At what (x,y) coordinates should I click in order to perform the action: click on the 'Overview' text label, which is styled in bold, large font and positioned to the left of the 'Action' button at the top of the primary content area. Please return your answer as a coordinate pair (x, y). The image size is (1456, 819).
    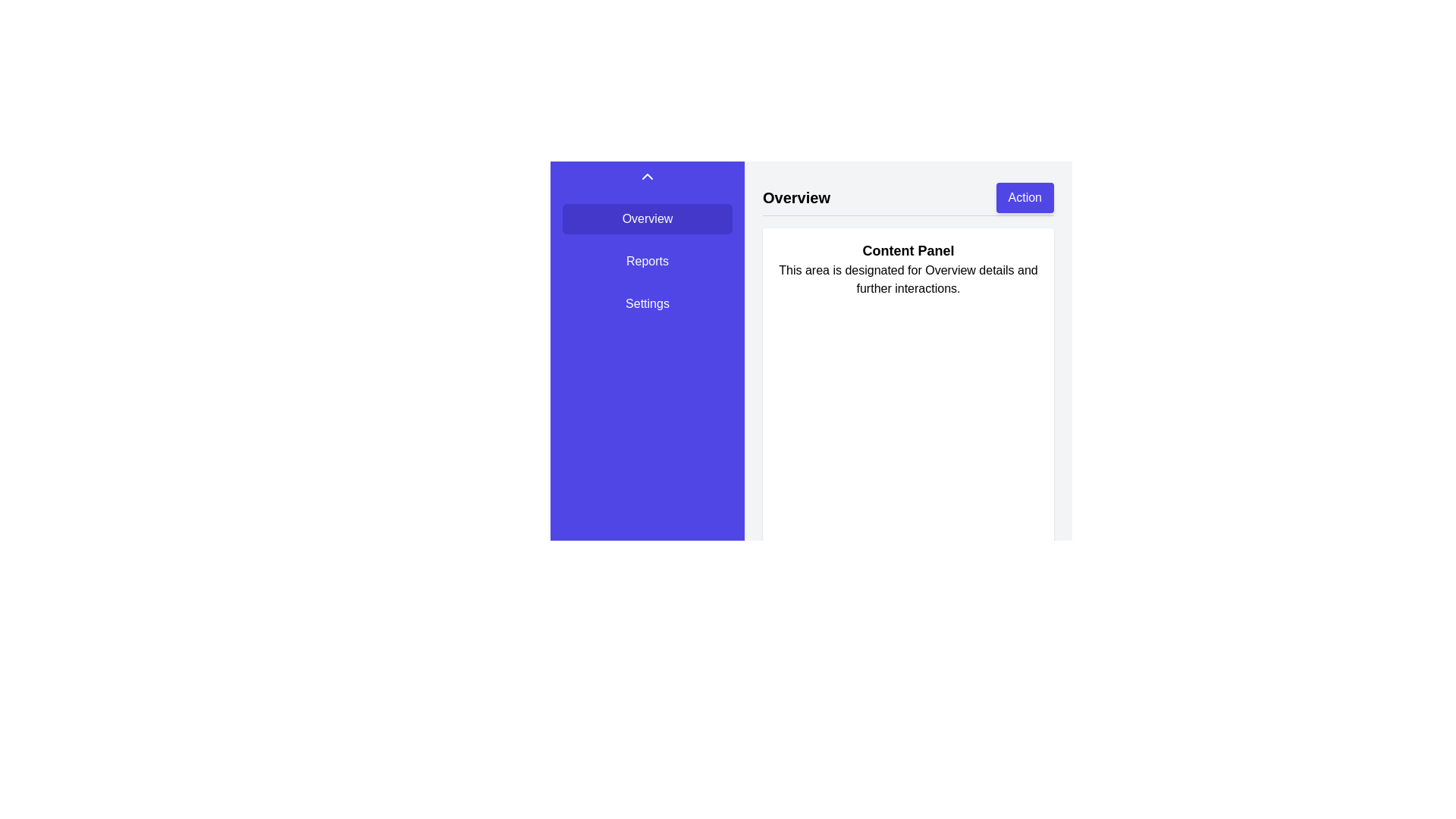
    Looking at the image, I should click on (795, 196).